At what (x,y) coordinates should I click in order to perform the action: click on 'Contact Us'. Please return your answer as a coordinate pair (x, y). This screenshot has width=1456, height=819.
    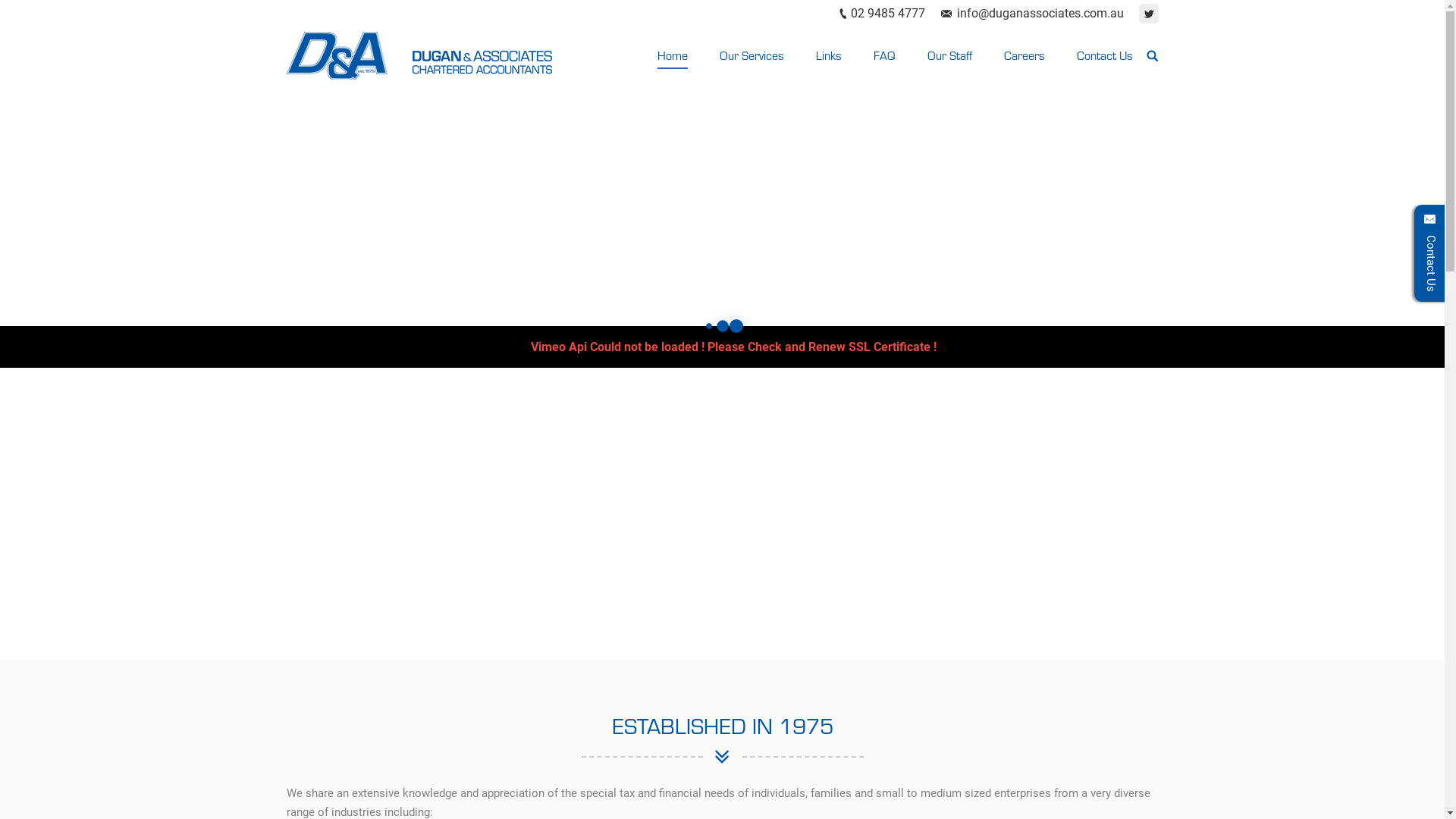
    Looking at the image, I should click on (1073, 55).